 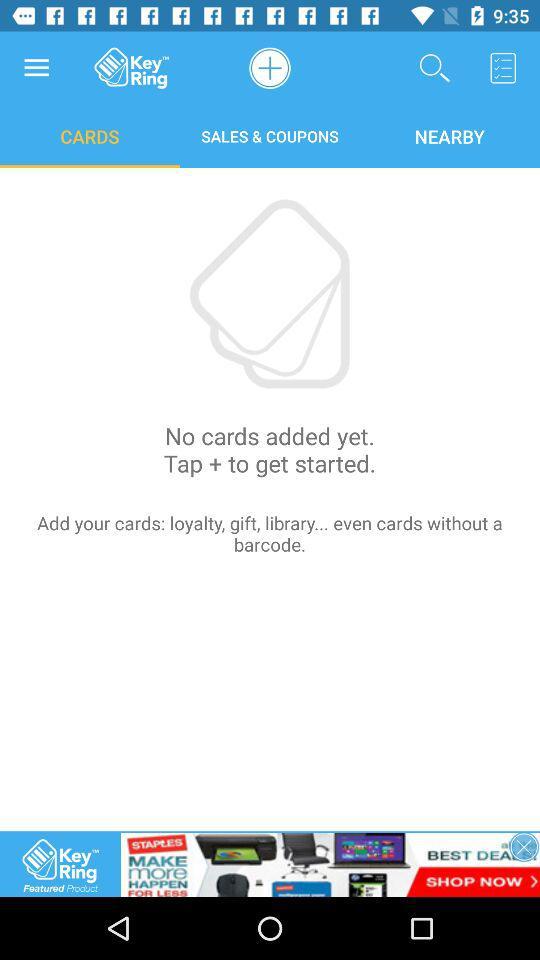 I want to click on the close icon, so click(x=524, y=846).